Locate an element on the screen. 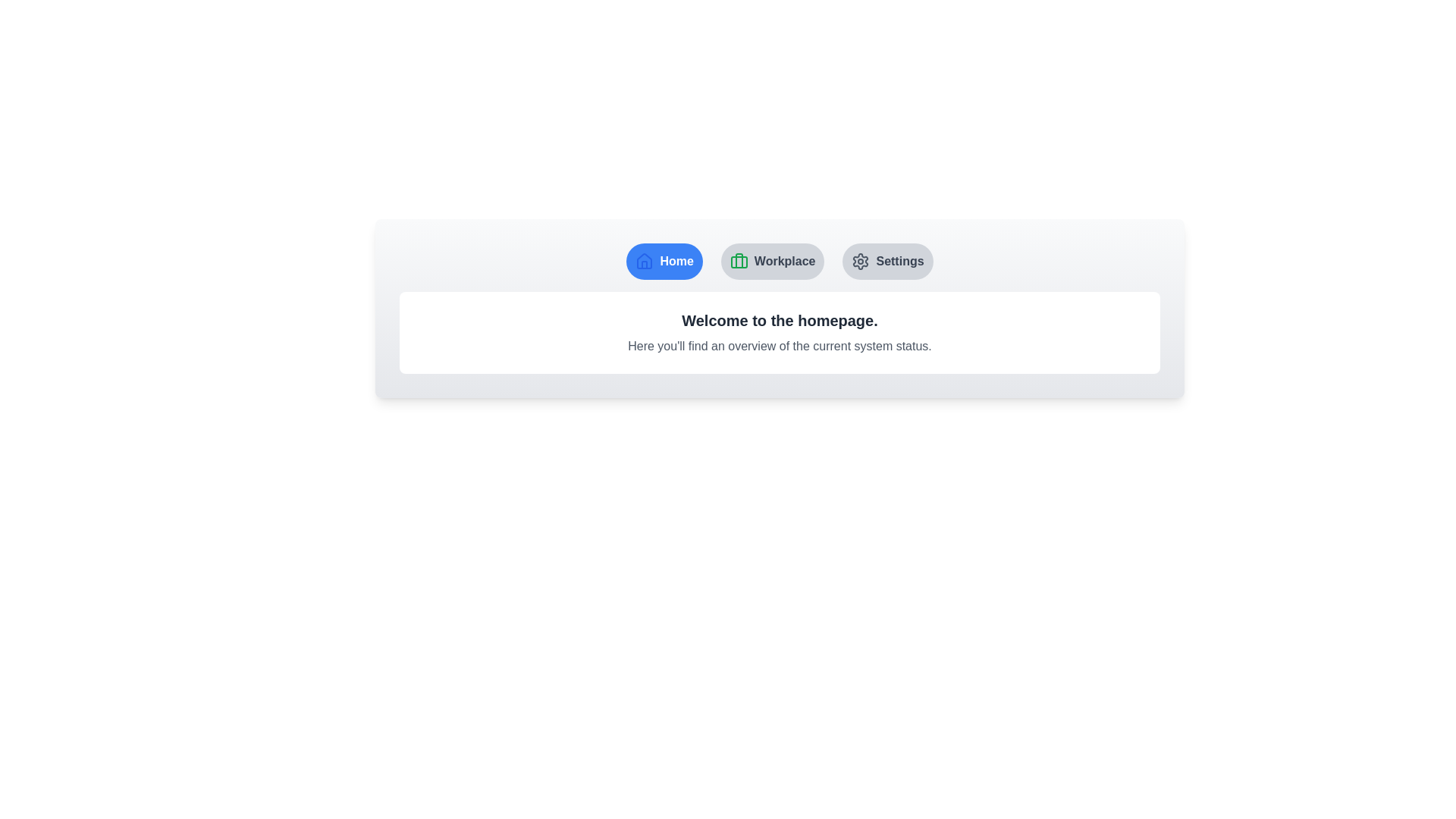 This screenshot has height=819, width=1456. the button labeled Home to observe its hover effect is located at coordinates (664, 260).